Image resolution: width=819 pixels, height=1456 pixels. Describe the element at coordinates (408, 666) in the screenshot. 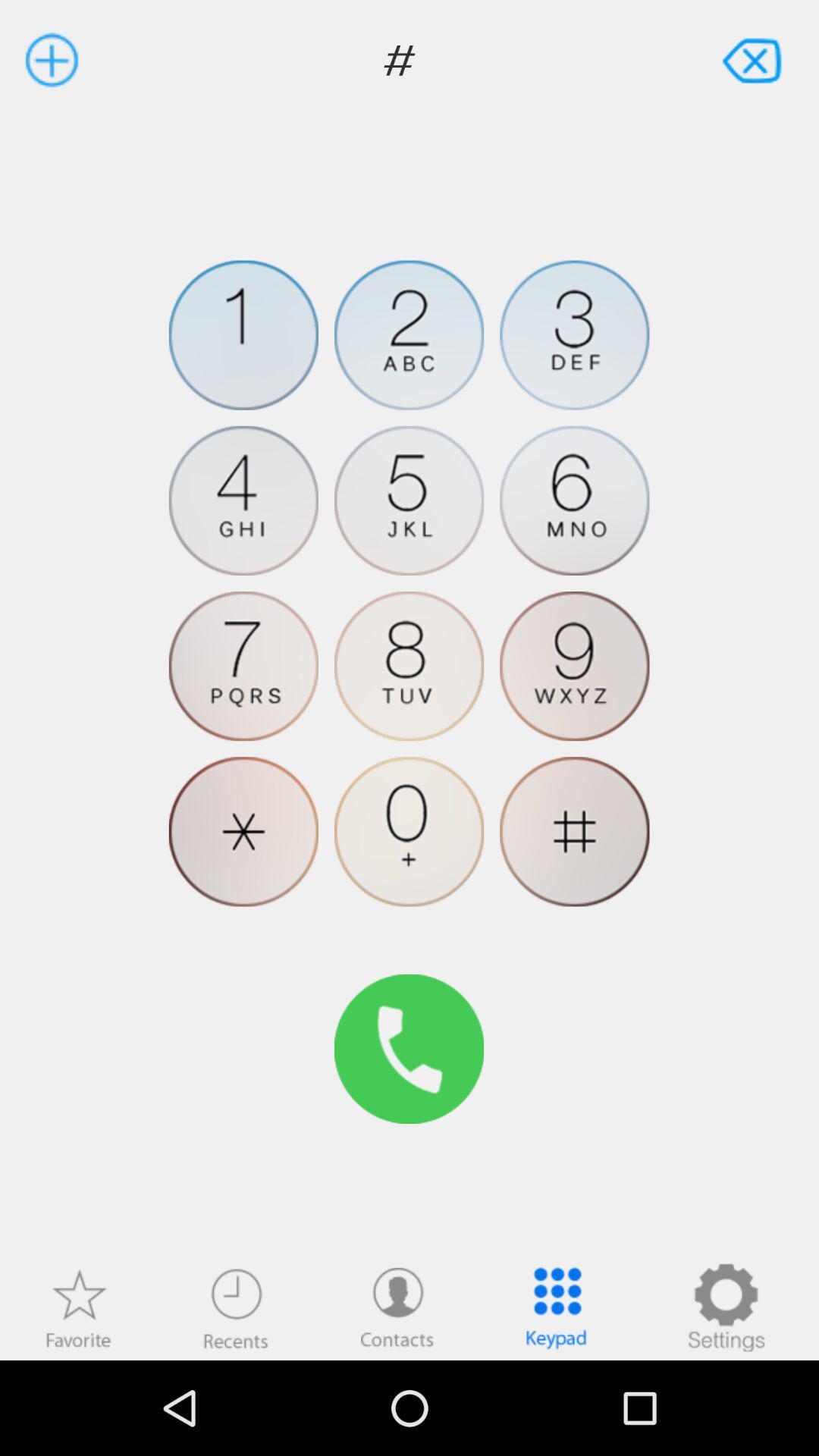

I see `press 8` at that location.